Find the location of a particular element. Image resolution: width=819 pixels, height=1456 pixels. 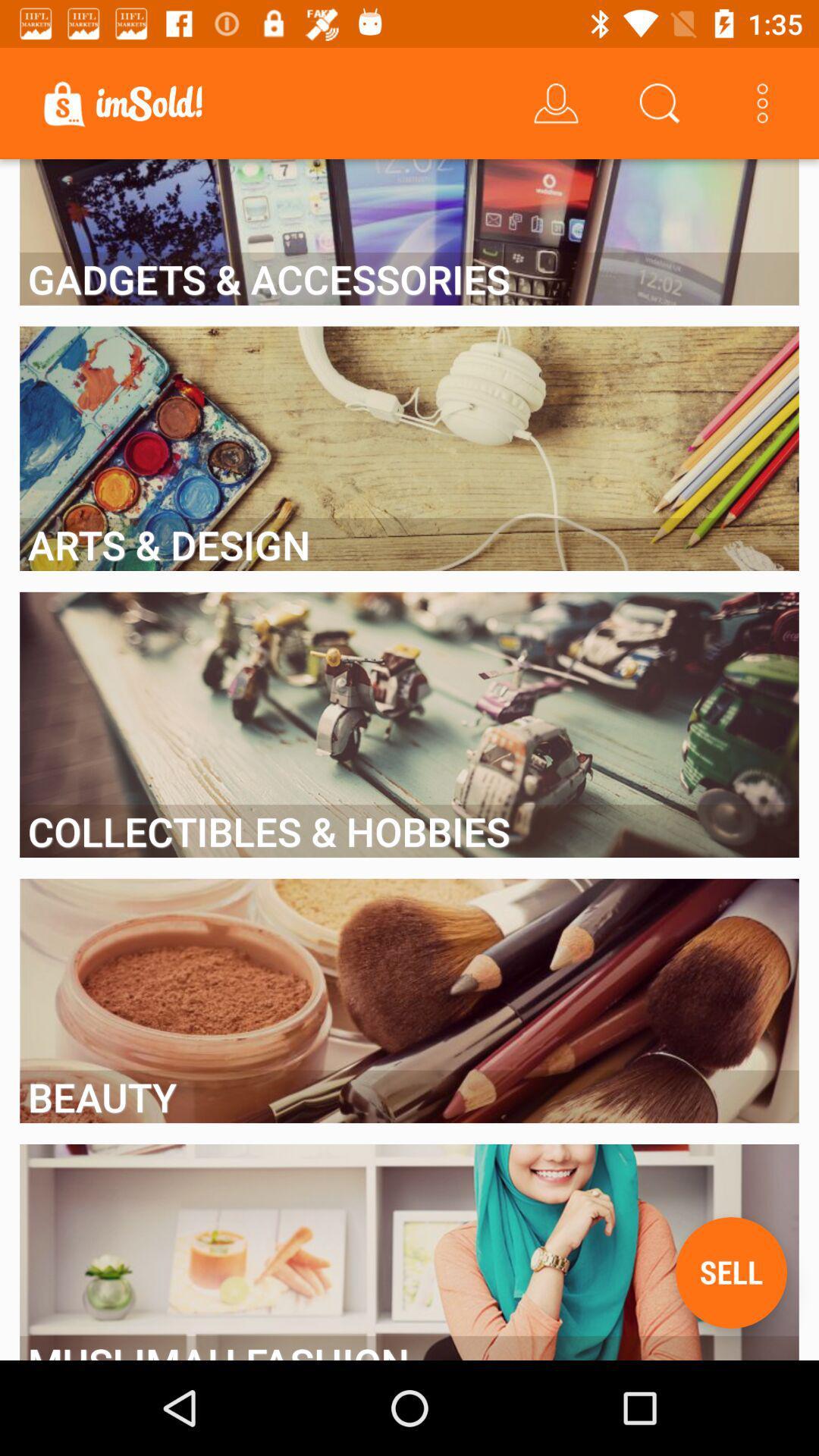

gadgets & accessories is located at coordinates (409, 278).